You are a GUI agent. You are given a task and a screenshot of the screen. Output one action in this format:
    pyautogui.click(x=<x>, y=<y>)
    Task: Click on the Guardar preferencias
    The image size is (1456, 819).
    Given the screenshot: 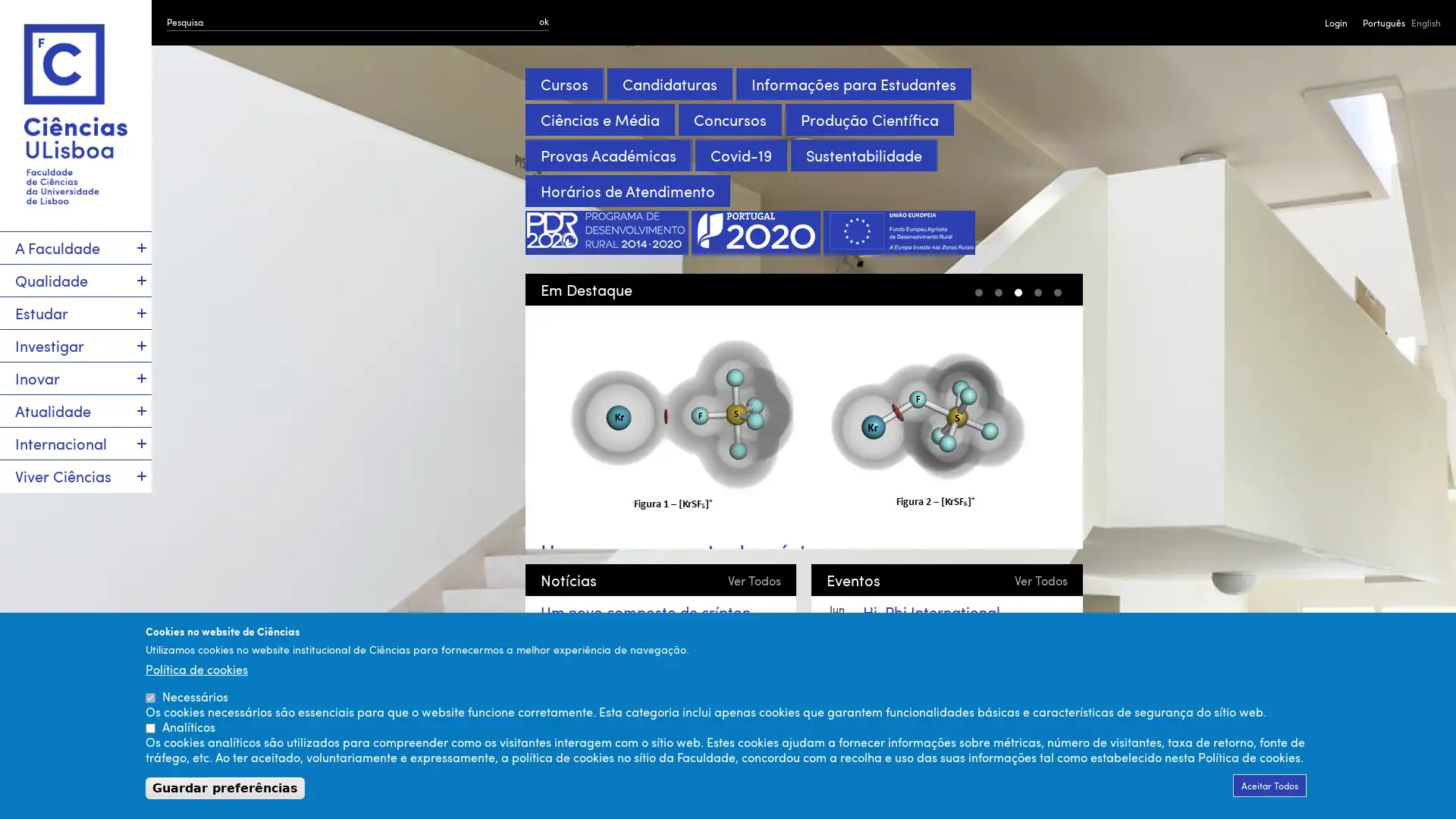 What is the action you would take?
    pyautogui.click(x=224, y=787)
    